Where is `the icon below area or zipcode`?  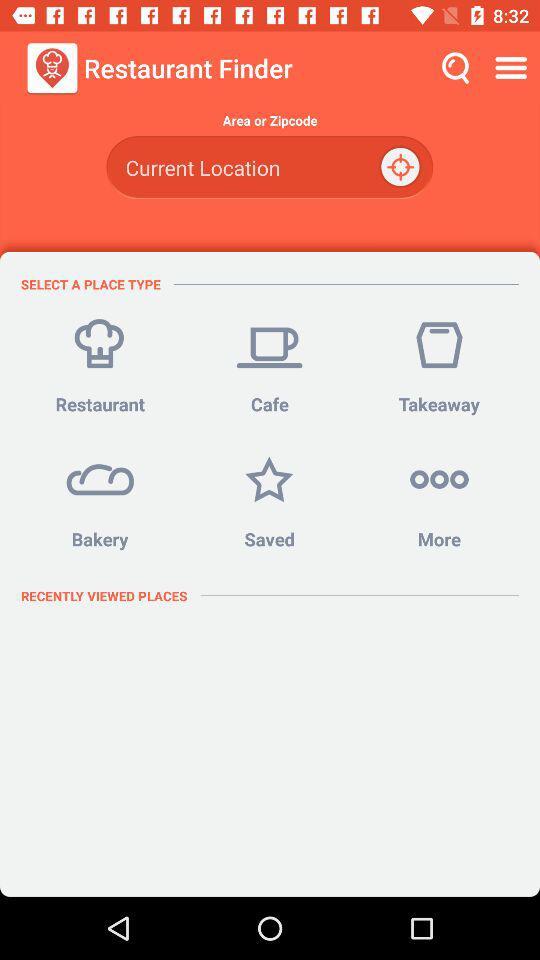 the icon below area or zipcode is located at coordinates (269, 166).